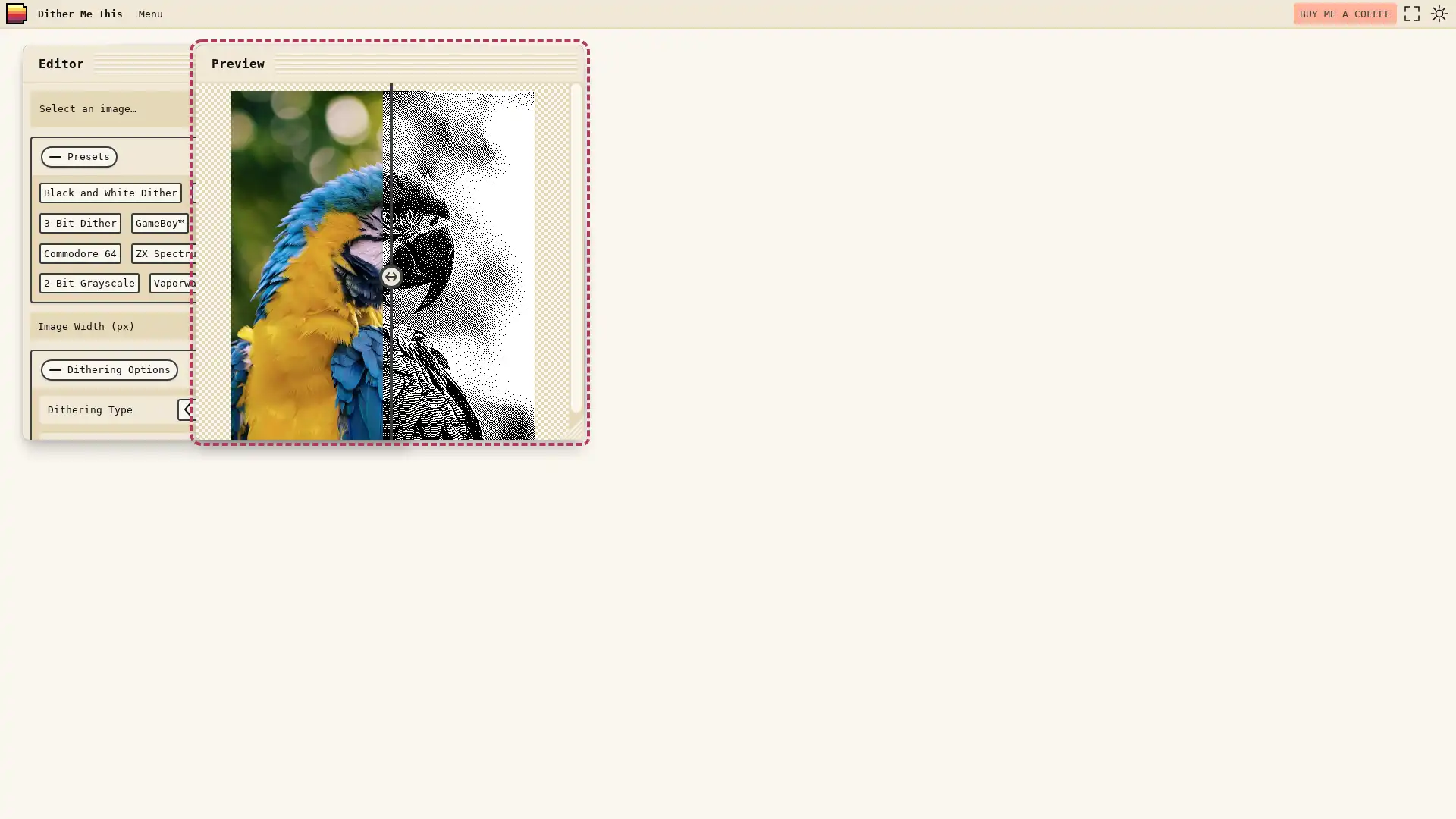 Image resolution: width=1456 pixels, height=819 pixels. I want to click on select previous option, so click(199, 408).